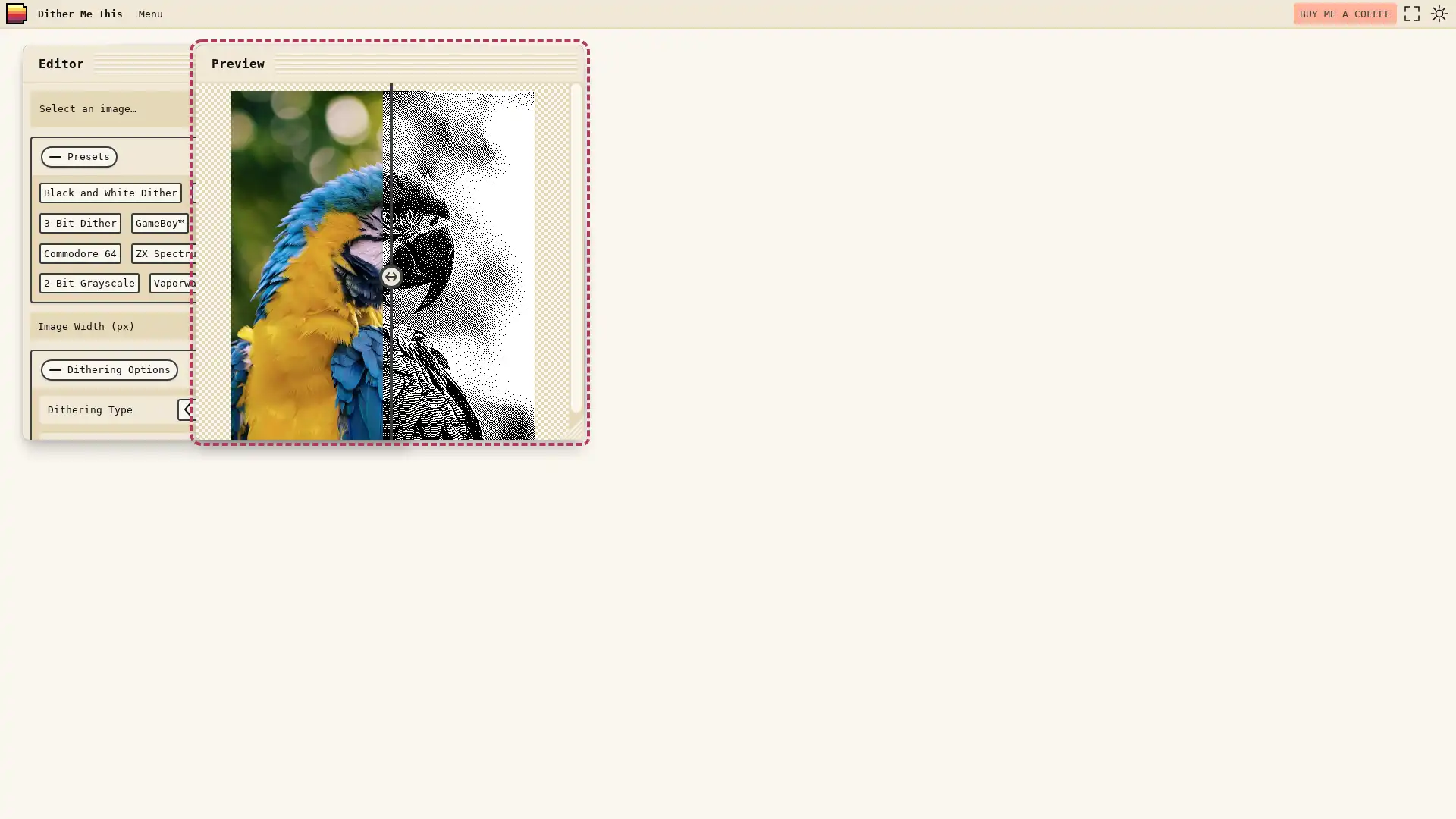 Image resolution: width=1456 pixels, height=819 pixels. I want to click on select previous option, so click(199, 408).